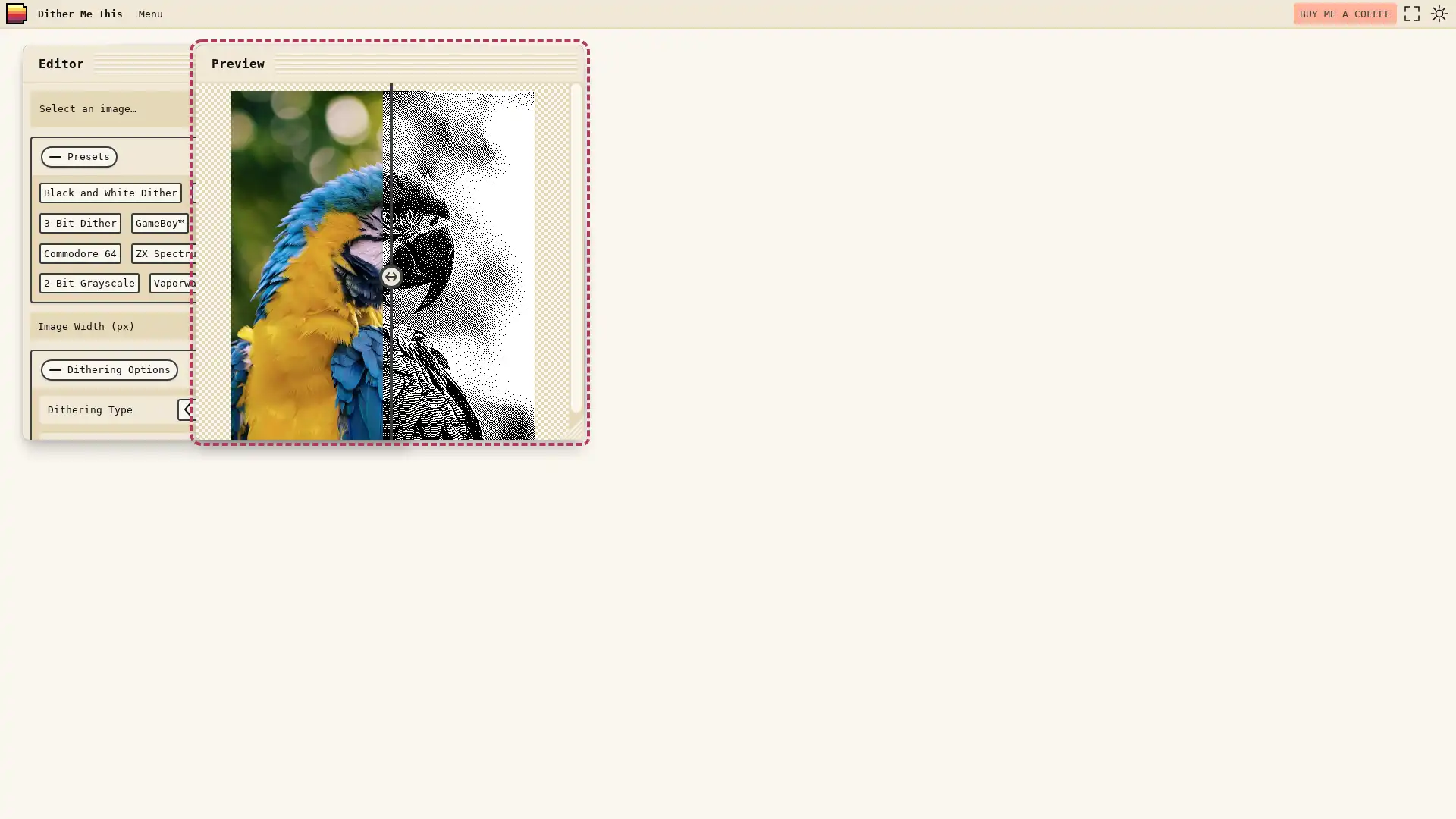 Image resolution: width=1456 pixels, height=819 pixels. I want to click on select previous option, so click(199, 408).